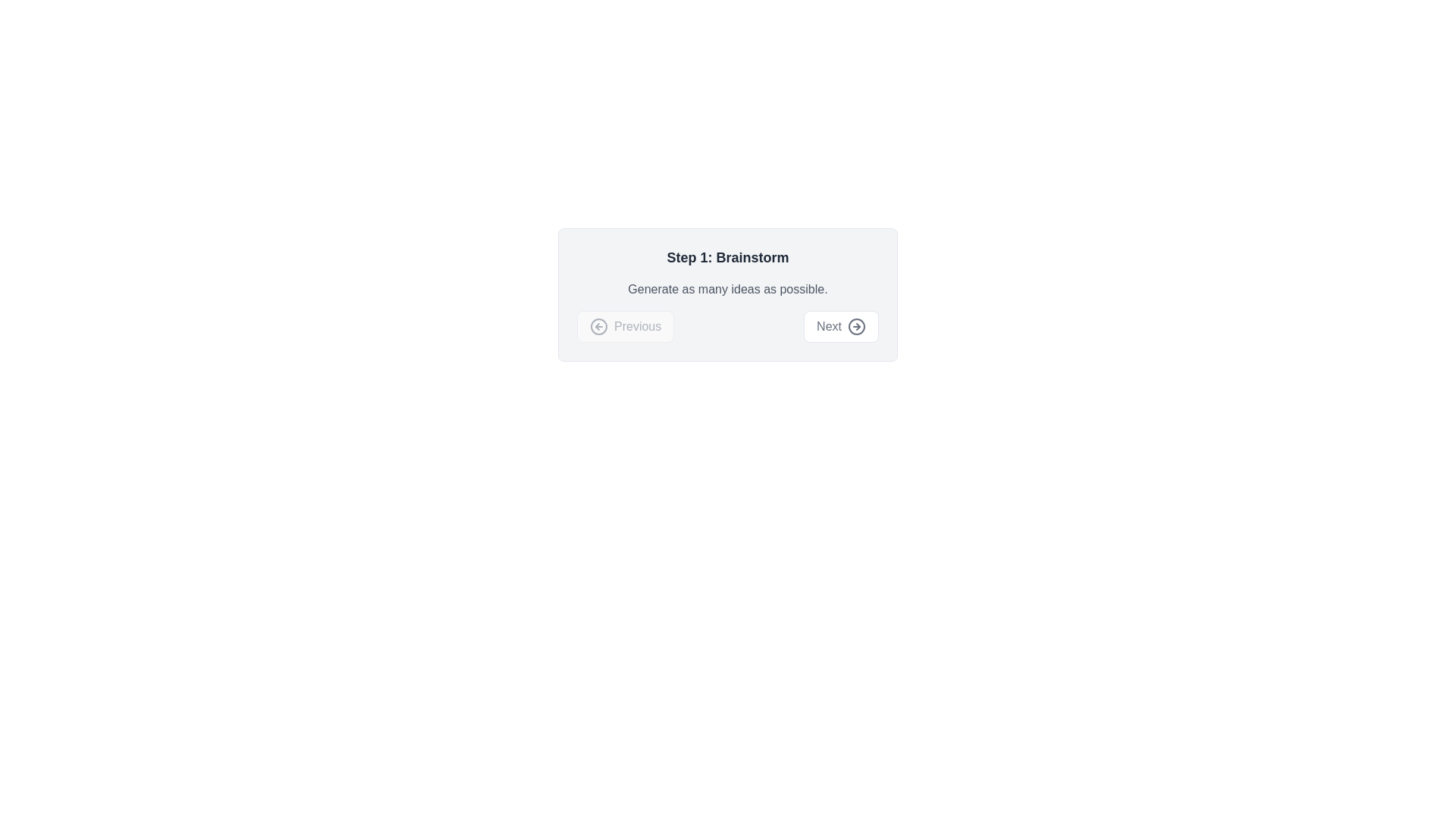  Describe the element at coordinates (856, 326) in the screenshot. I see `the circular icon with a right-facing arrow within the 'Next' button located at the bottom right of the dialog box` at that location.